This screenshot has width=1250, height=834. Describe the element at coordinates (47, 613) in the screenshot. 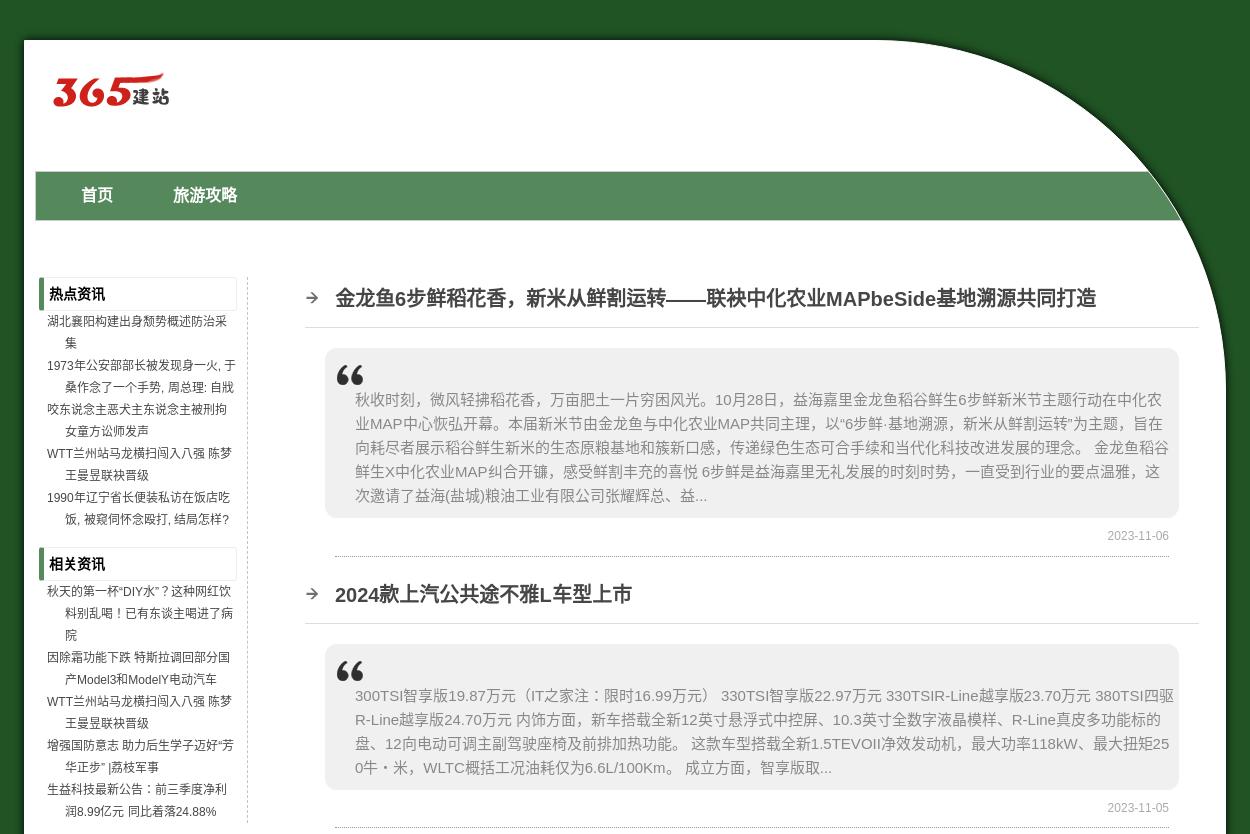

I see `'秋天的第一杯“DIY水”？这种网红饮料别乱喝！已有东谈主喝进了病院'` at that location.